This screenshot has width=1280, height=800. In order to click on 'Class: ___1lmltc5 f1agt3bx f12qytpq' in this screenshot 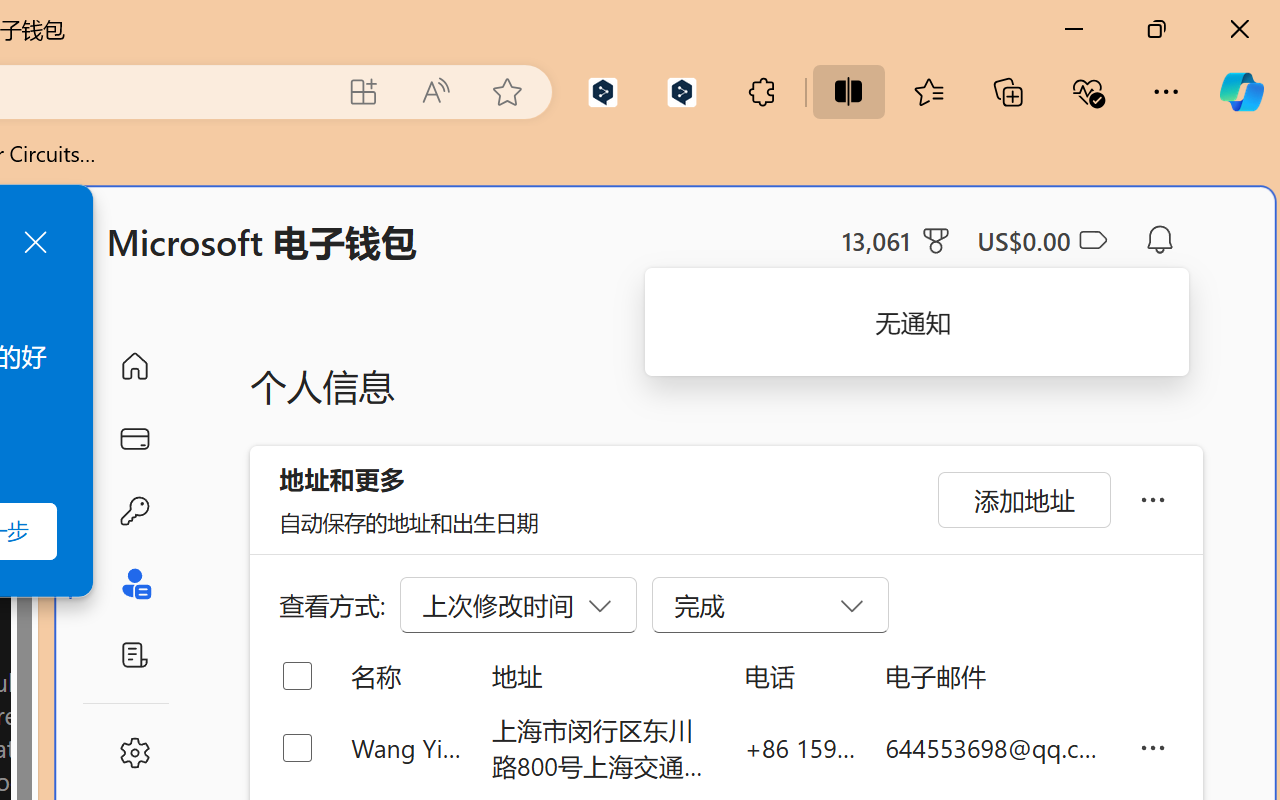, I will do `click(1091, 240)`.